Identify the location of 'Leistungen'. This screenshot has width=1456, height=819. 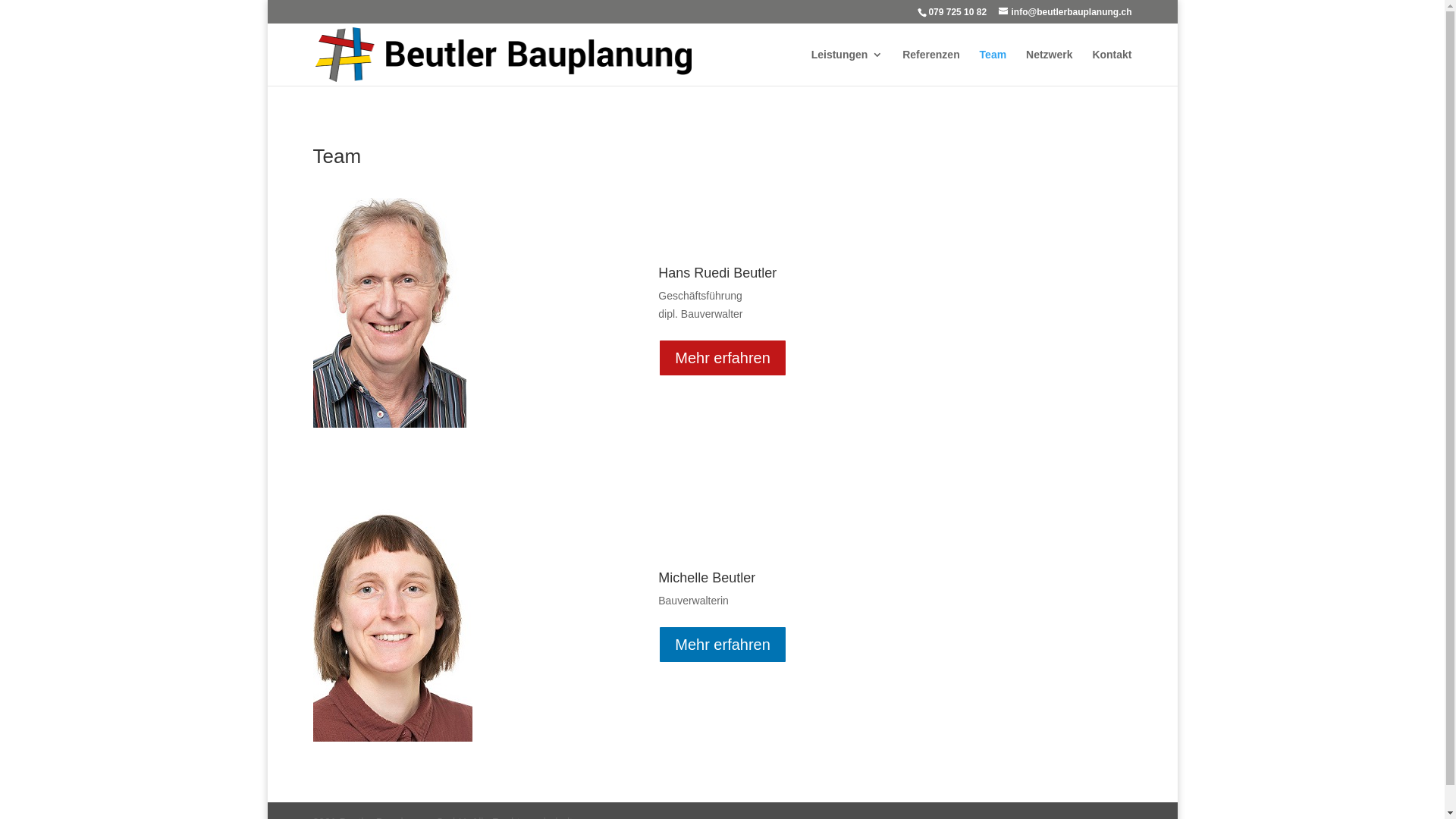
(811, 66).